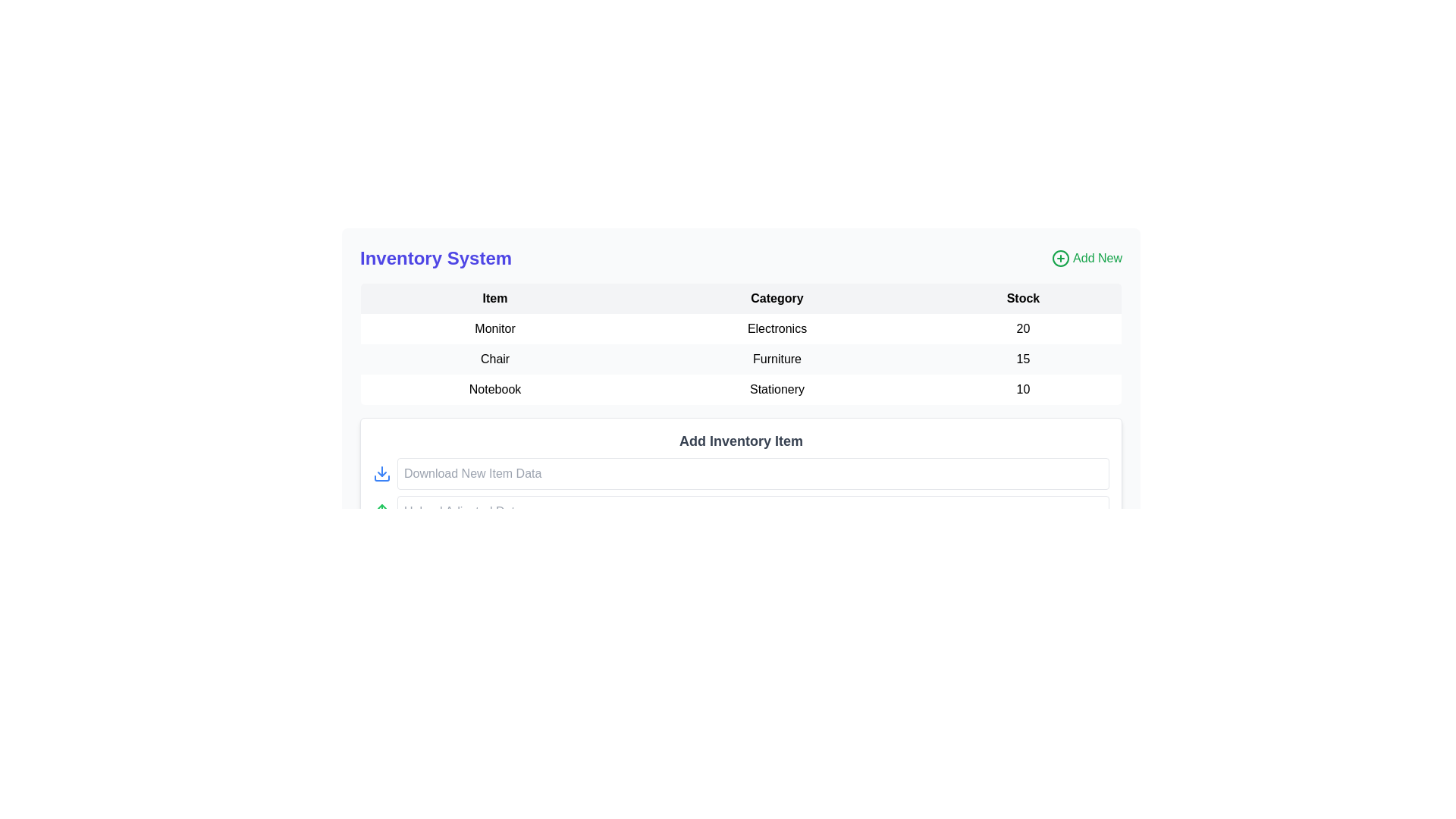  Describe the element at coordinates (1060, 257) in the screenshot. I see `the small circular icon with a green outline and a cross inside, located near the text 'Add New' in the top-right corner of the interface` at that location.